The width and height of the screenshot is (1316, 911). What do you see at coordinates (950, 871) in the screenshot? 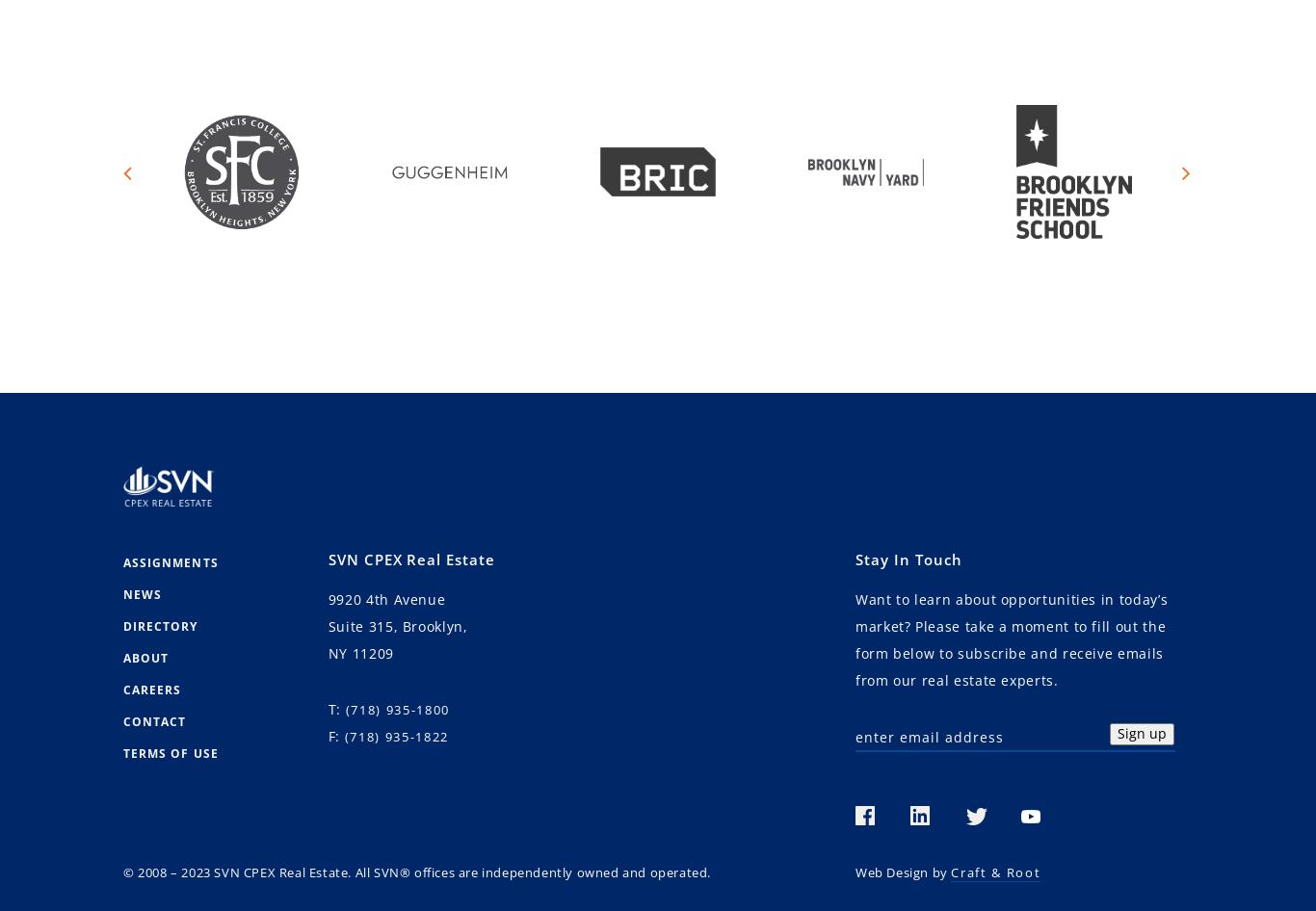
I see `'Craft & Root'` at bounding box center [950, 871].